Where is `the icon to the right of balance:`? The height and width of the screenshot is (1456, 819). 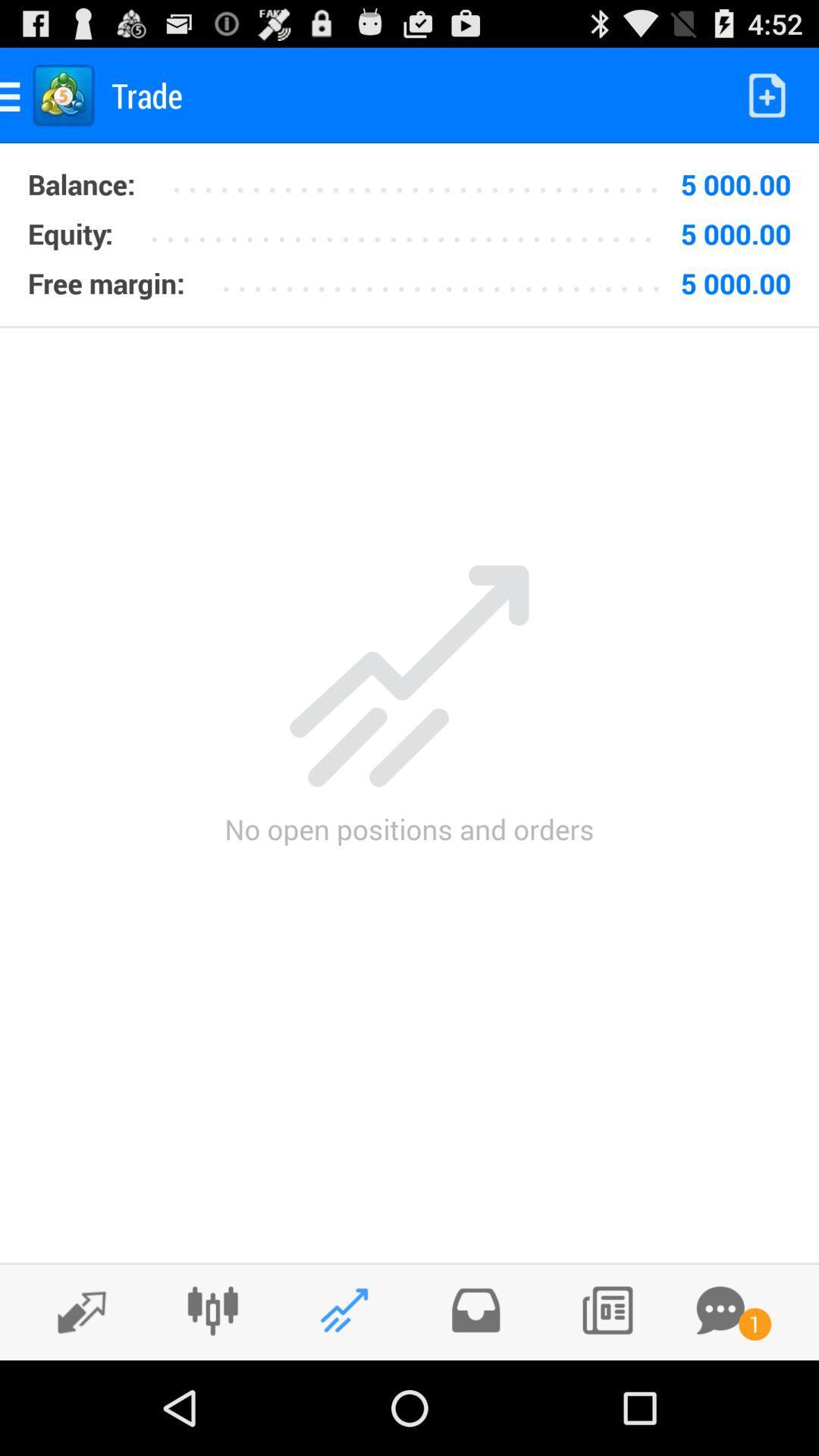 the icon to the right of balance: is located at coordinates (422, 179).